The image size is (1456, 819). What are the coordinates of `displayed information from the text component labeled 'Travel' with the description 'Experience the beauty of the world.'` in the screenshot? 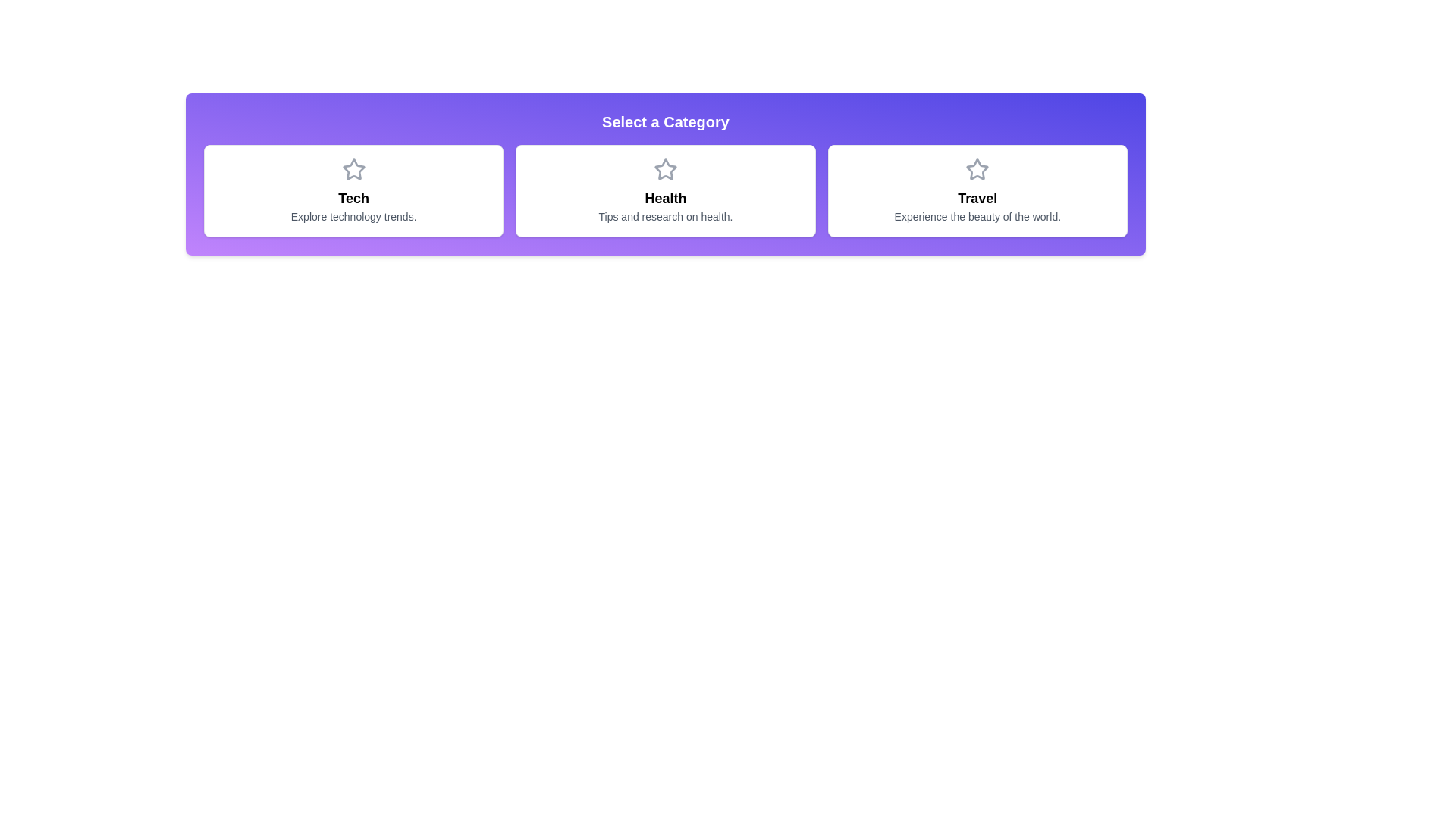 It's located at (977, 206).